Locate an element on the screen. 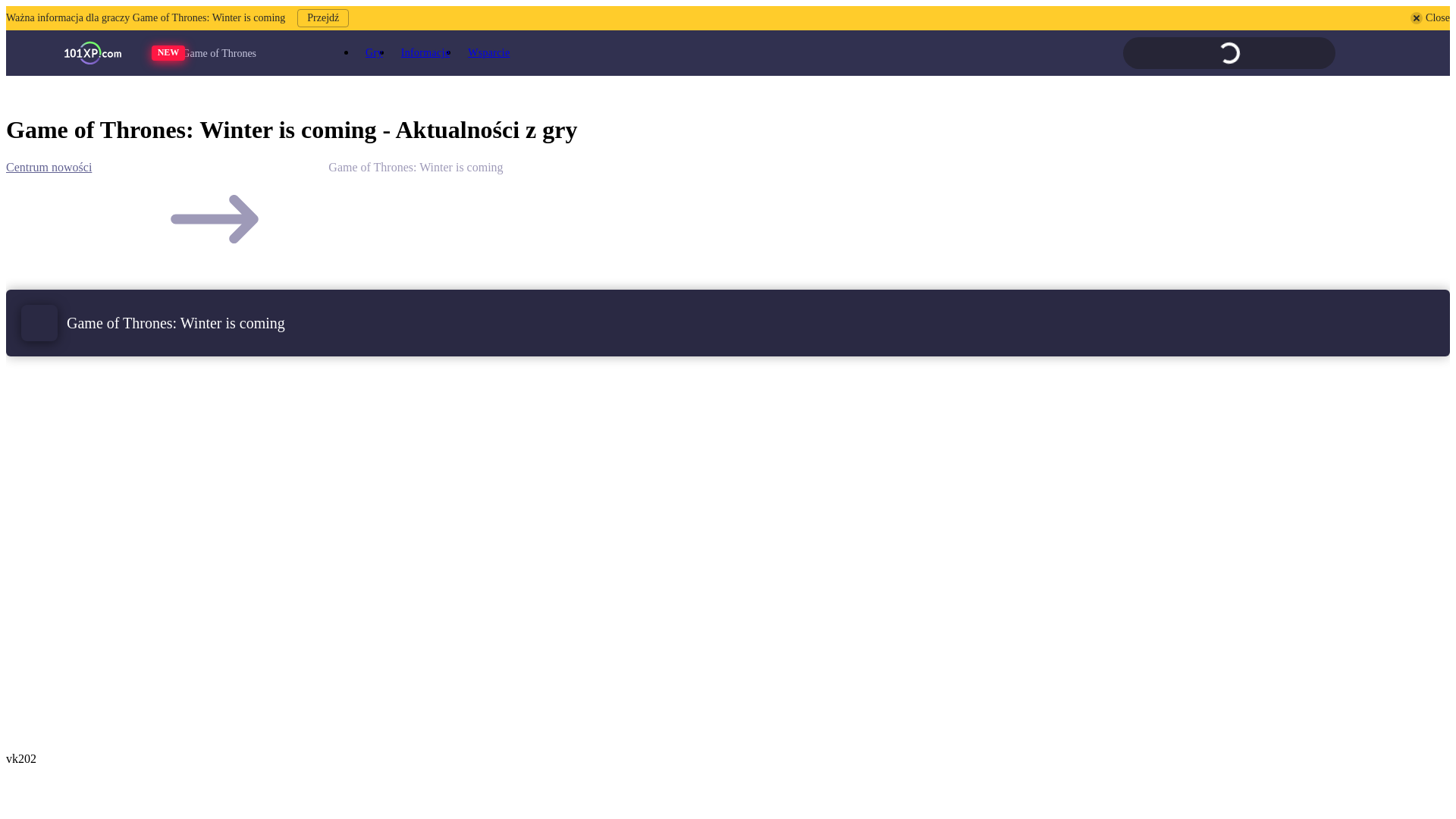  'Informacje' is located at coordinates (425, 52).